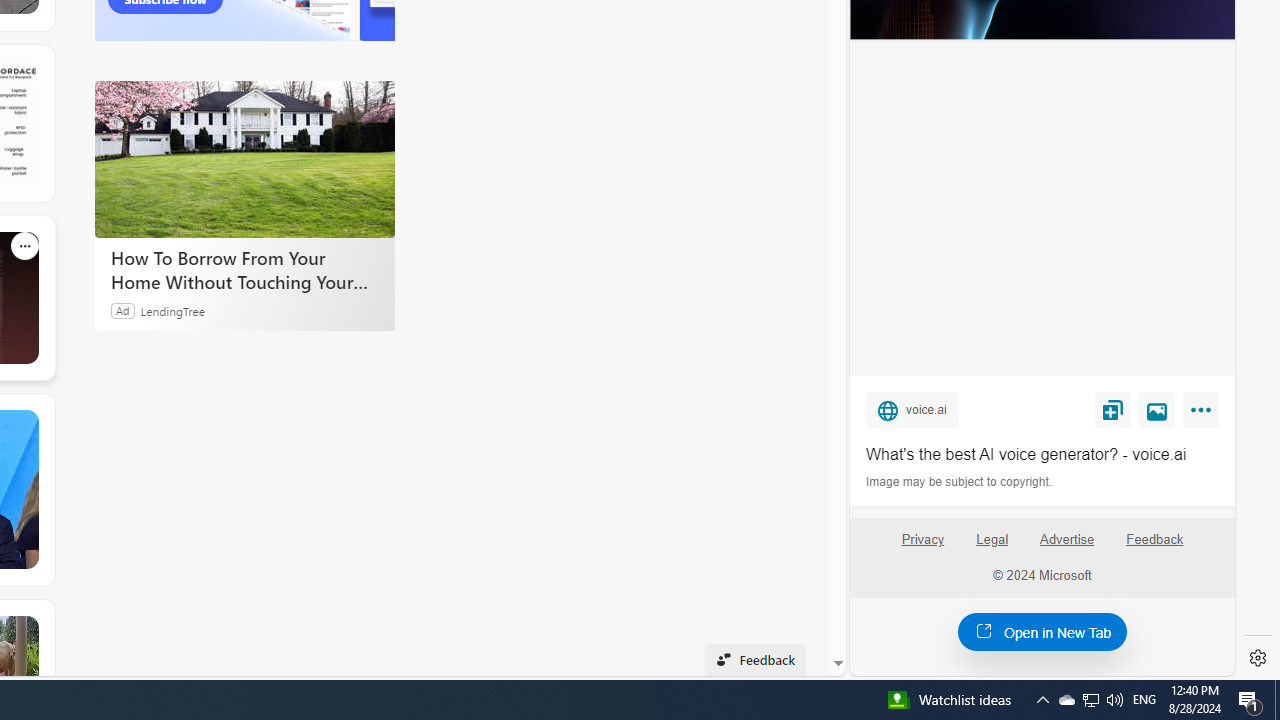 The height and width of the screenshot is (720, 1280). Describe the element at coordinates (172, 310) in the screenshot. I see `'LendingTree'` at that location.